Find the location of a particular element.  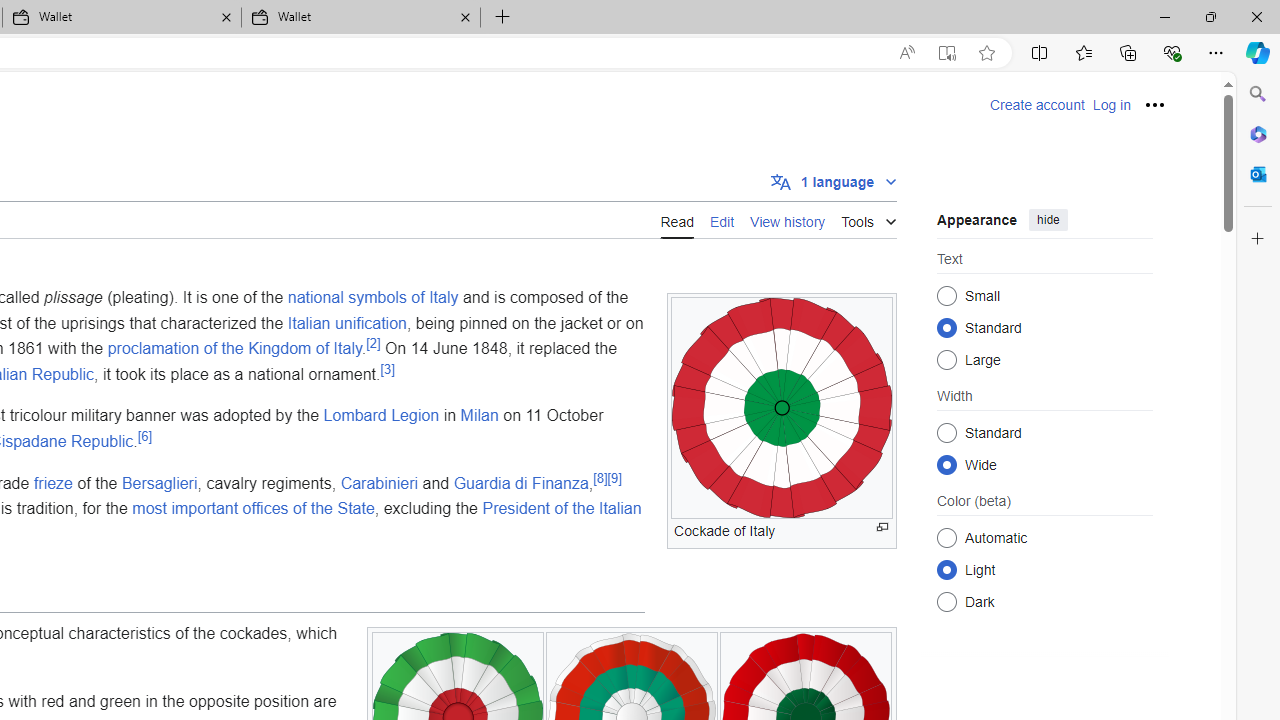

'Light' is located at coordinates (946, 569).